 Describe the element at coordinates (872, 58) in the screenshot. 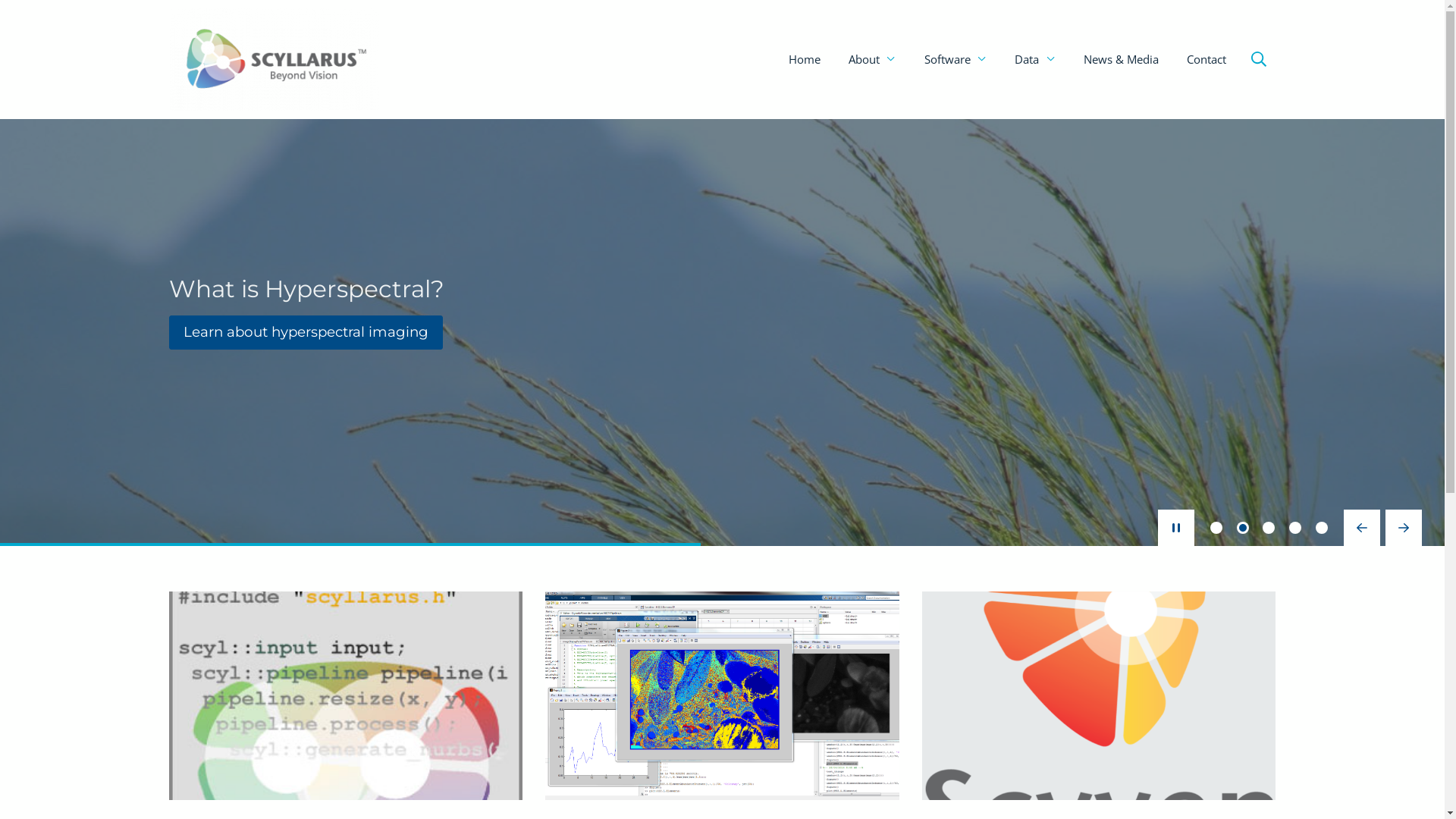

I see `'About'` at that location.